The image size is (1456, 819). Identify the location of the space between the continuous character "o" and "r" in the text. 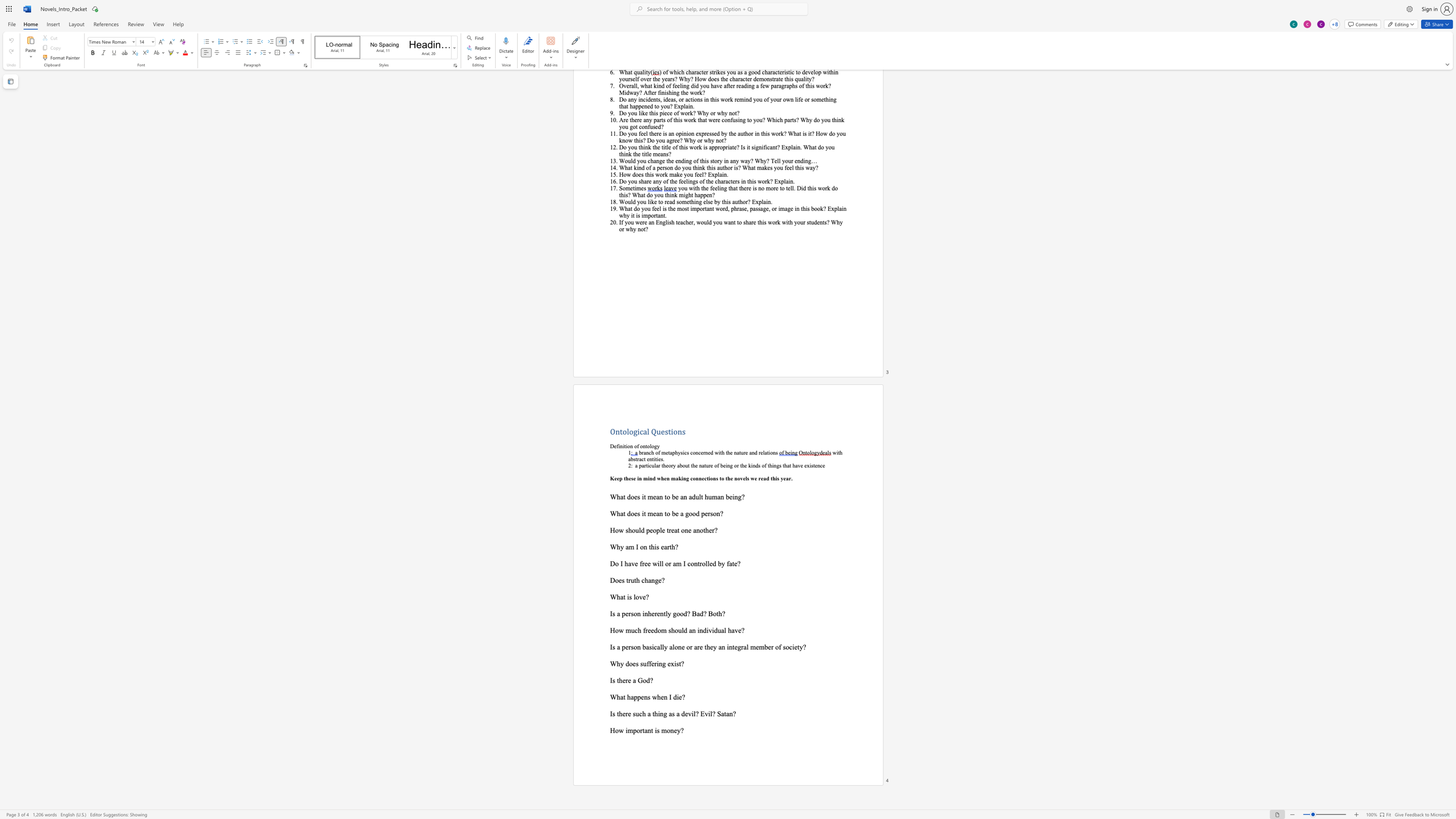
(639, 730).